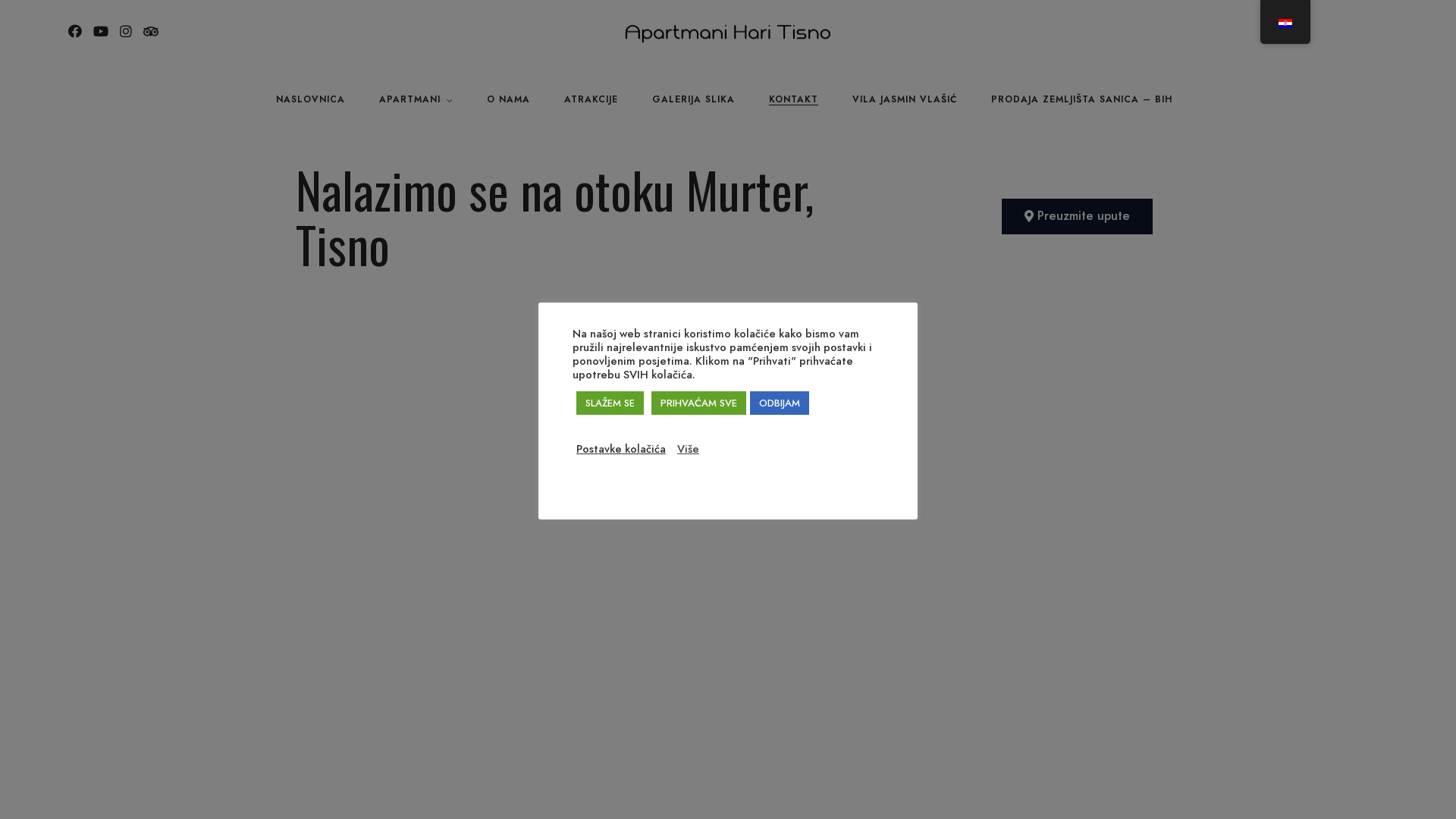  What do you see at coordinates (100, 32) in the screenshot?
I see `'Youtube'` at bounding box center [100, 32].